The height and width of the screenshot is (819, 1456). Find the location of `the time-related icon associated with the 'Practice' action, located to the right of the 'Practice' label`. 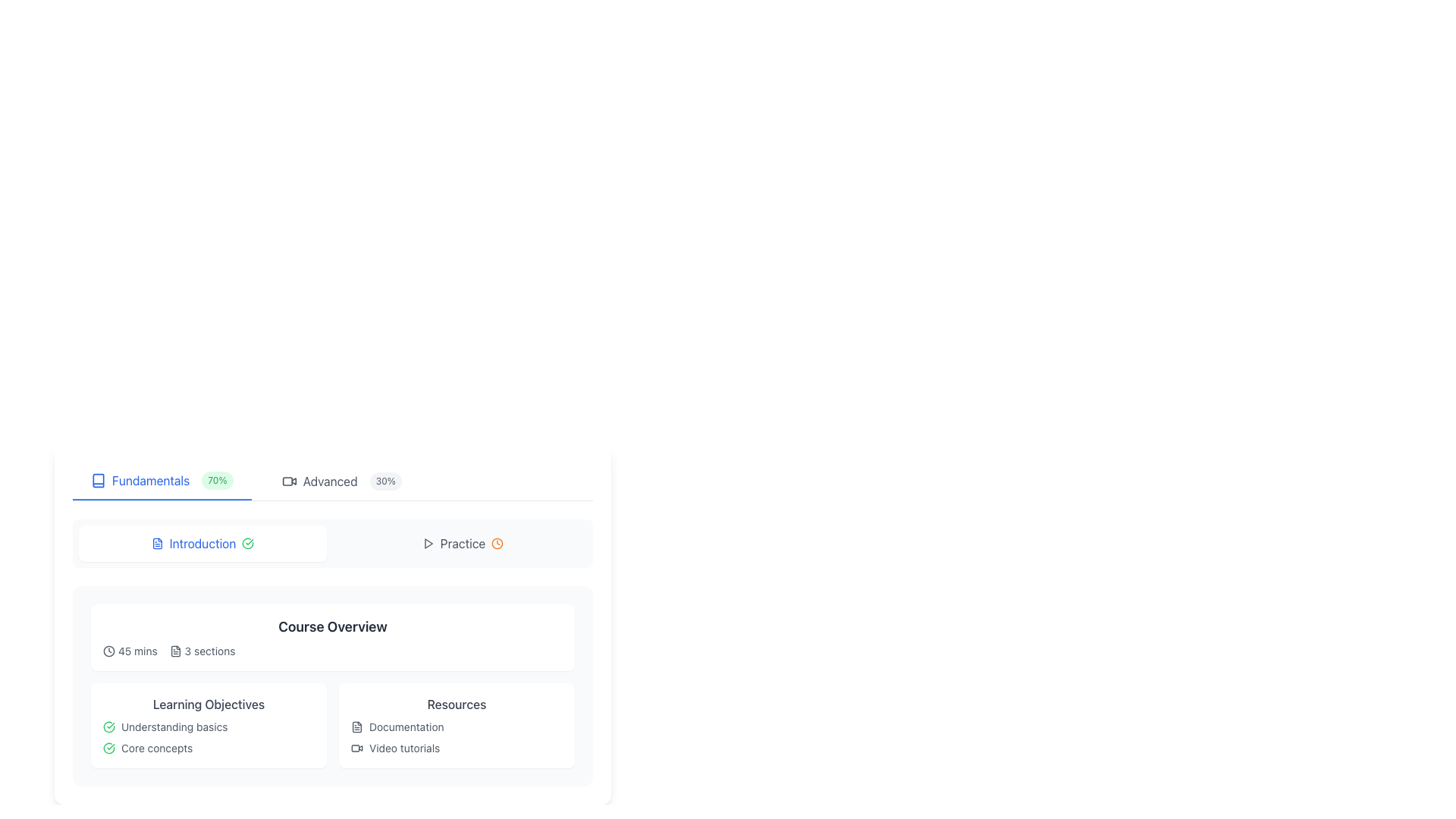

the time-related icon associated with the 'Practice' action, located to the right of the 'Practice' label is located at coordinates (497, 543).